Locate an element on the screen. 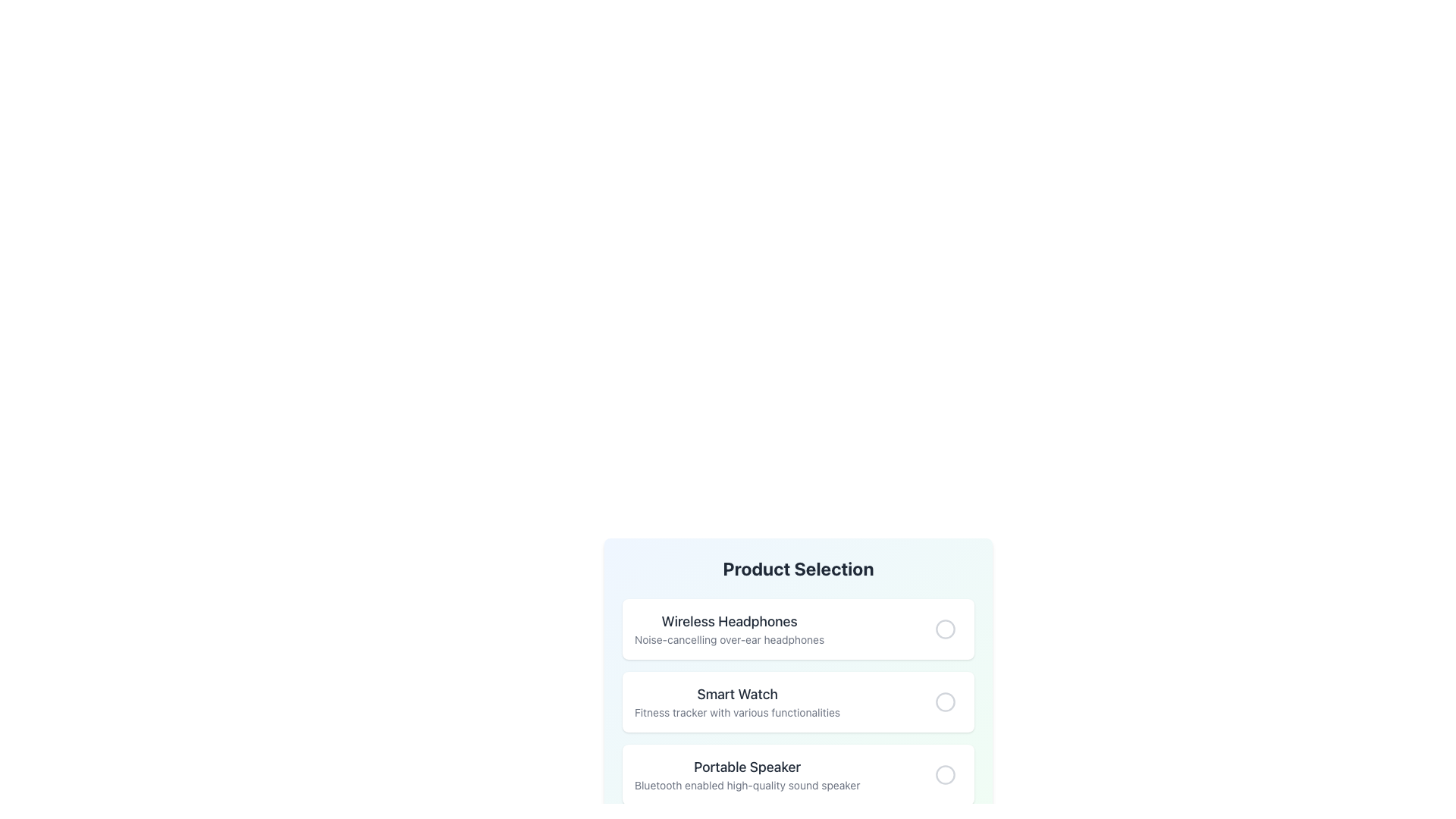  the text block titled 'Portable Speaker' which describes it as 'Bluetooth enabled high-quality sound speaker' located in the 'Product Selection' list as the third item is located at coordinates (747, 775).